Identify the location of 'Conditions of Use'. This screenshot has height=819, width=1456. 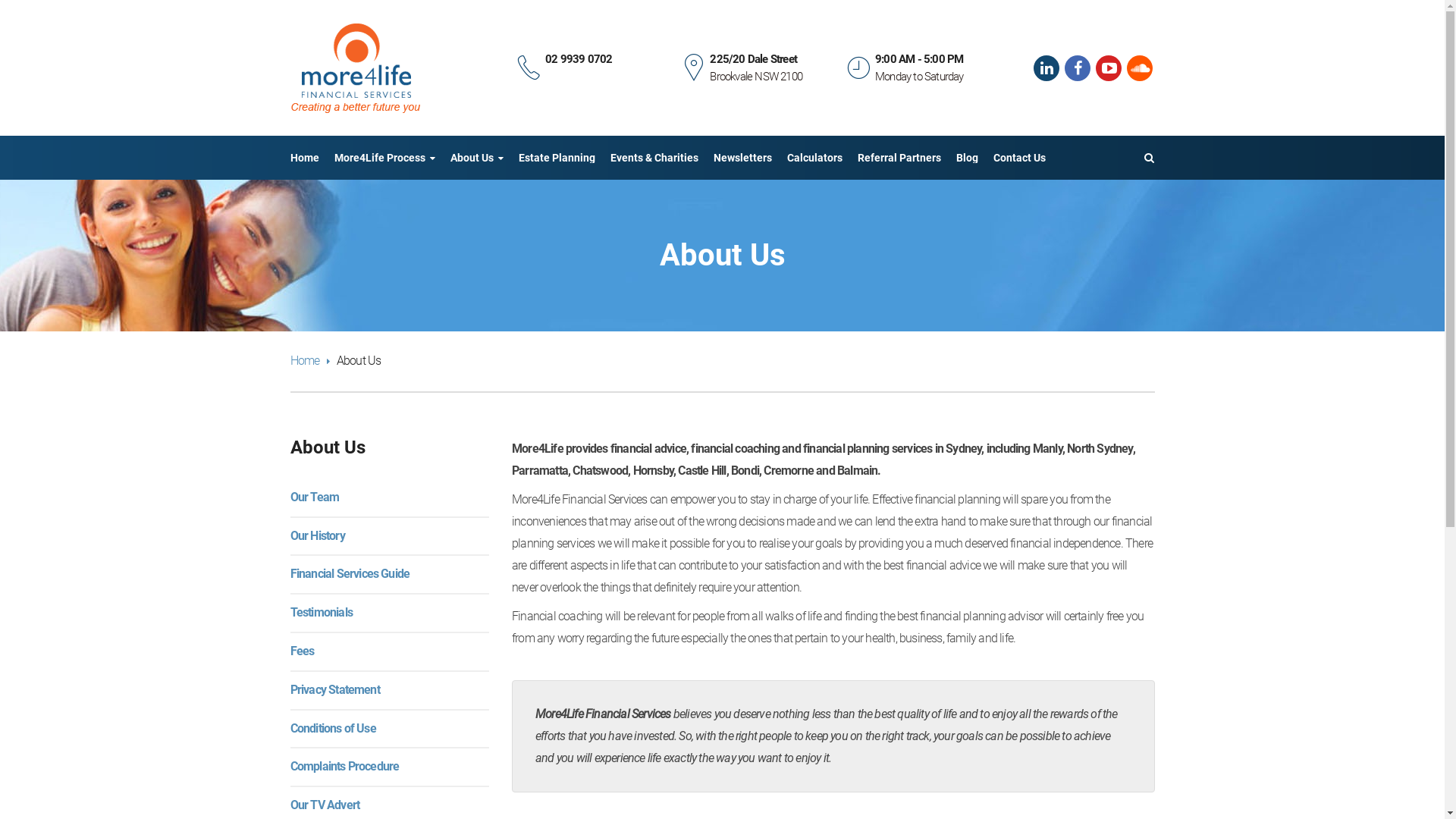
(331, 727).